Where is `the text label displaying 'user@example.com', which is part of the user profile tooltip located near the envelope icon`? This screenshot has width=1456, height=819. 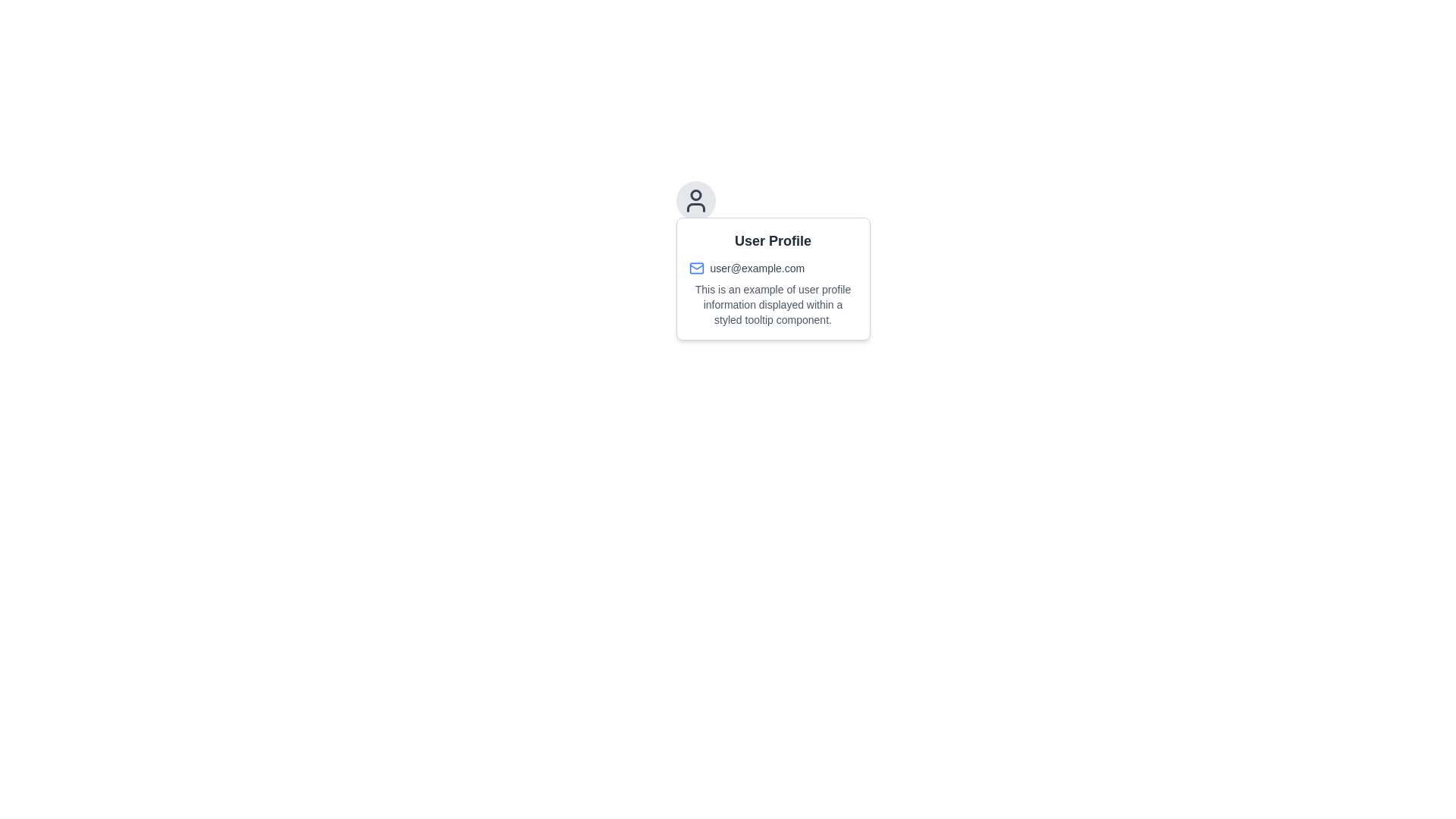
the text label displaying 'user@example.com', which is part of the user profile tooltip located near the envelope icon is located at coordinates (757, 268).